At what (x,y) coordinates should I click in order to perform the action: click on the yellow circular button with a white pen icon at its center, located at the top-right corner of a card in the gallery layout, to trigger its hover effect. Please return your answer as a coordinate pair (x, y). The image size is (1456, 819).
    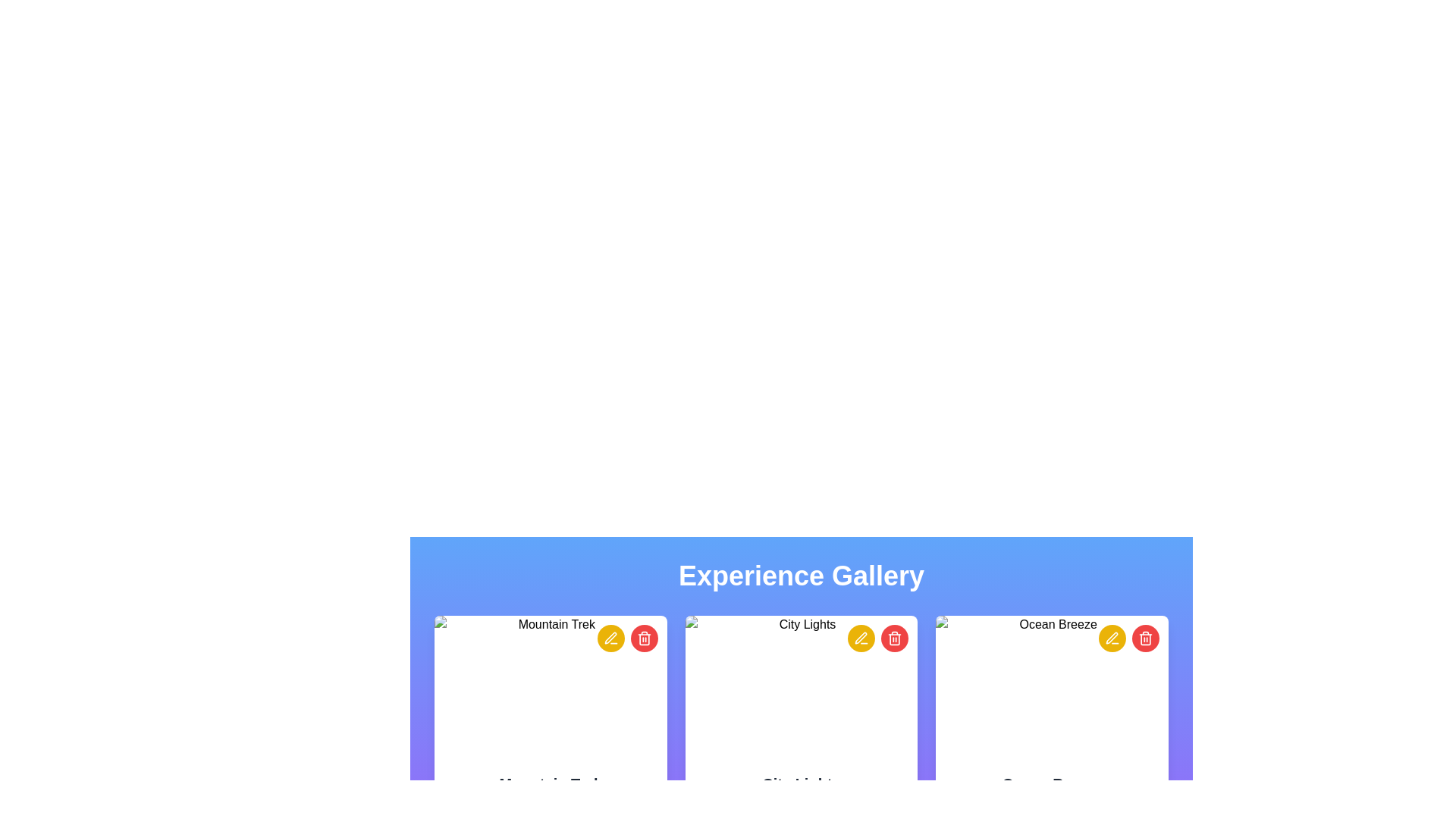
    Looking at the image, I should click on (861, 638).